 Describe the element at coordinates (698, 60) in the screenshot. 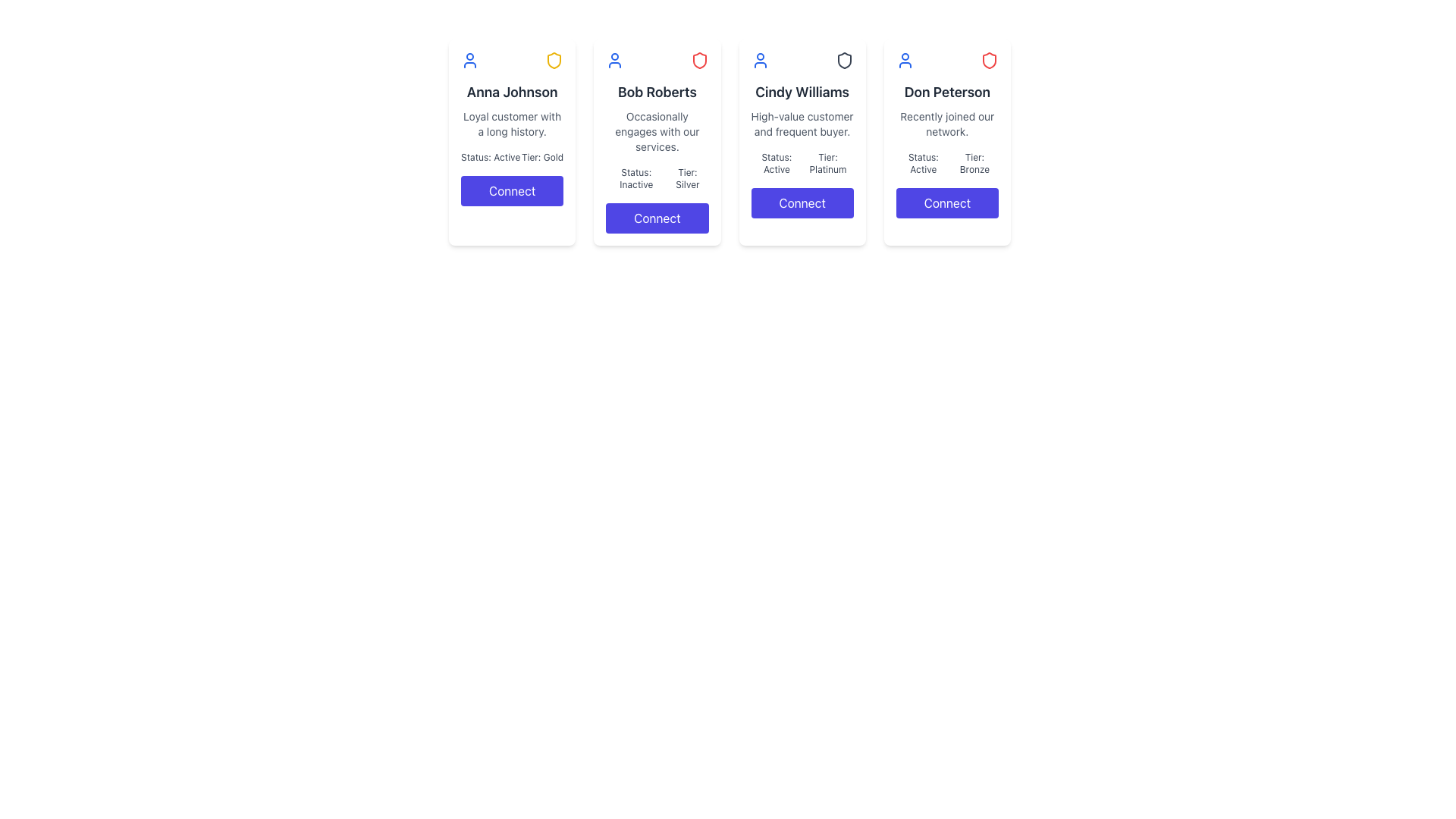

I see `the red shield-shaped icon located at the top-right corner of the 'Bob Roberts' card` at that location.